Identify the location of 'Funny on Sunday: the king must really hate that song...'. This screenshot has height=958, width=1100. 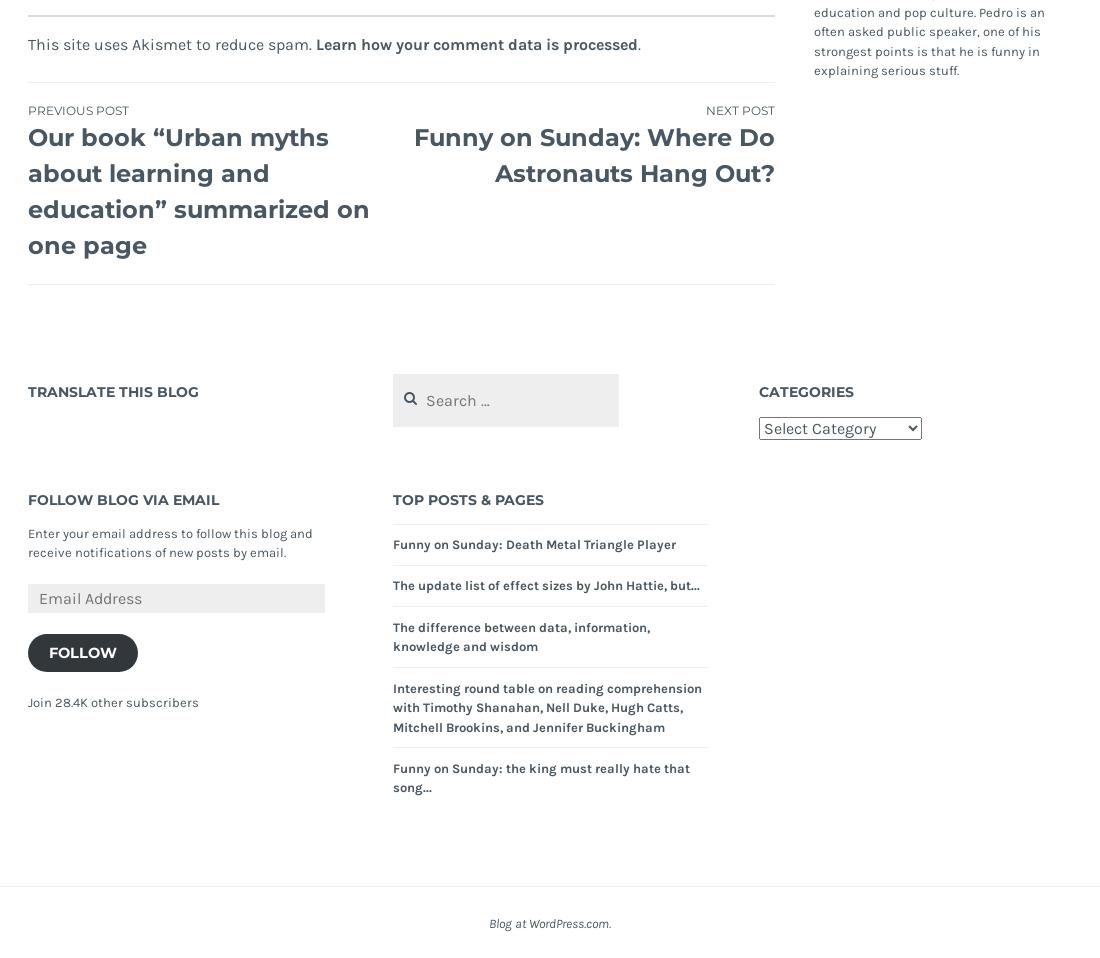
(541, 777).